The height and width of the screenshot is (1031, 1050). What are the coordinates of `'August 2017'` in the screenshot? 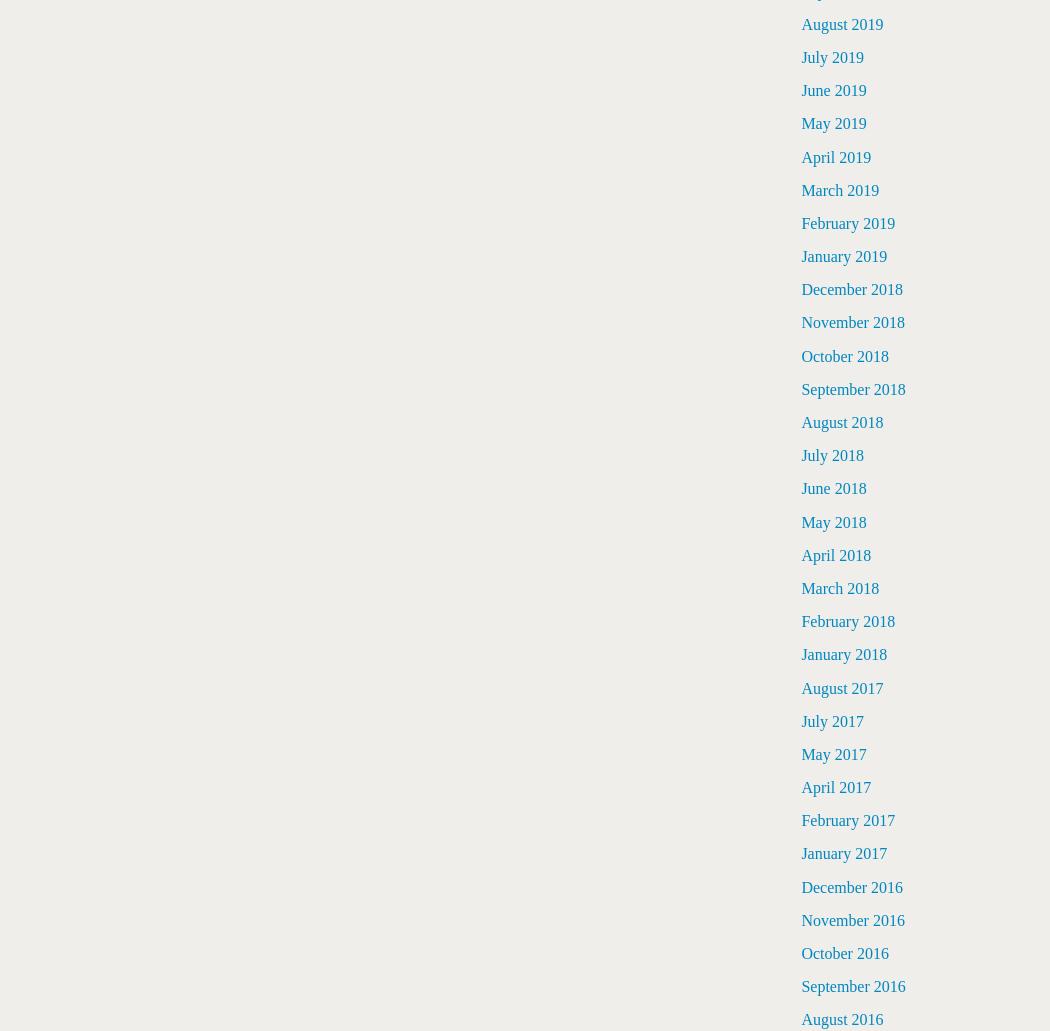 It's located at (841, 687).